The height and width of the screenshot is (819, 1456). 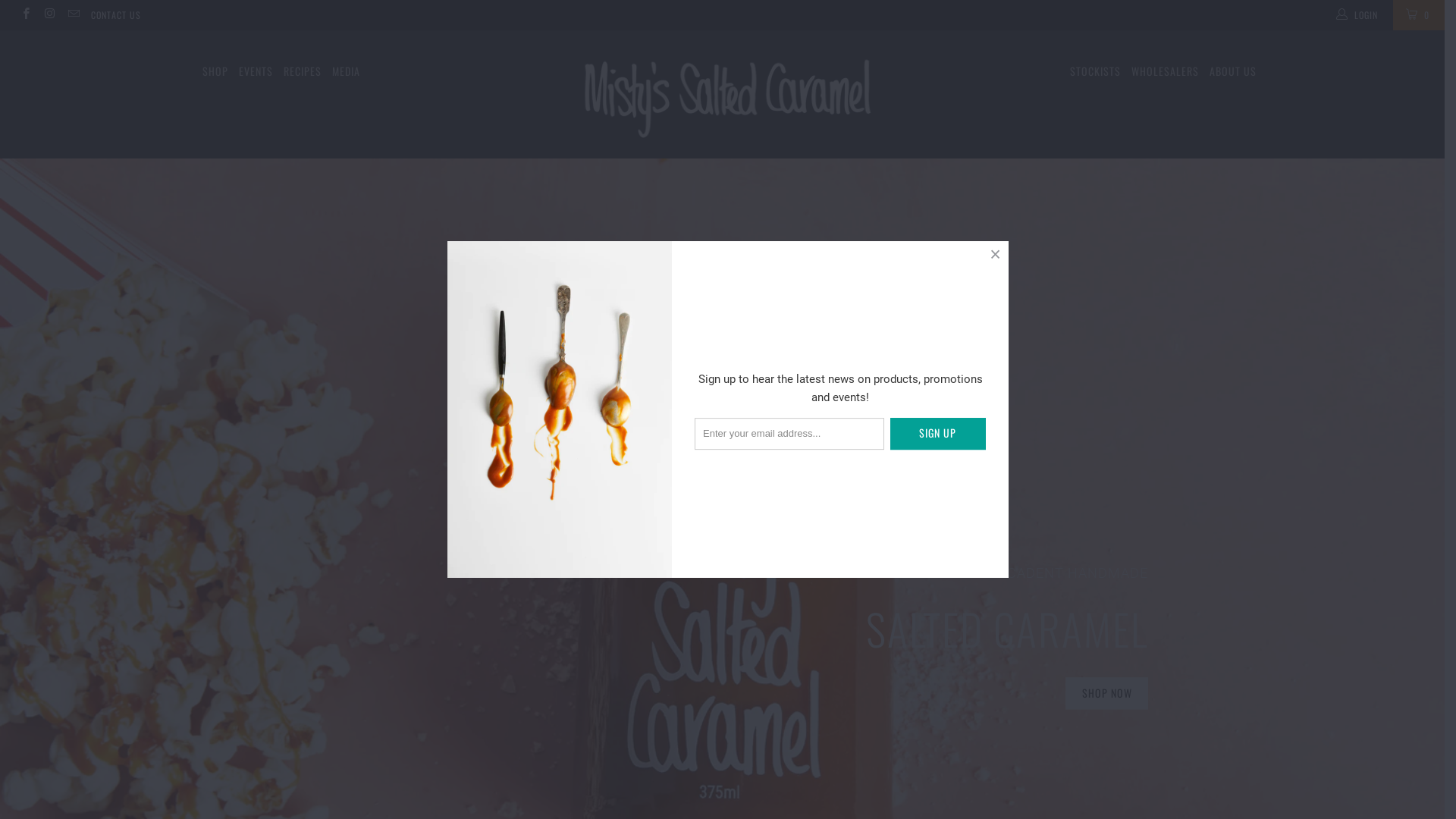 I want to click on 'Misty's Salted Caramel', so click(x=721, y=94).